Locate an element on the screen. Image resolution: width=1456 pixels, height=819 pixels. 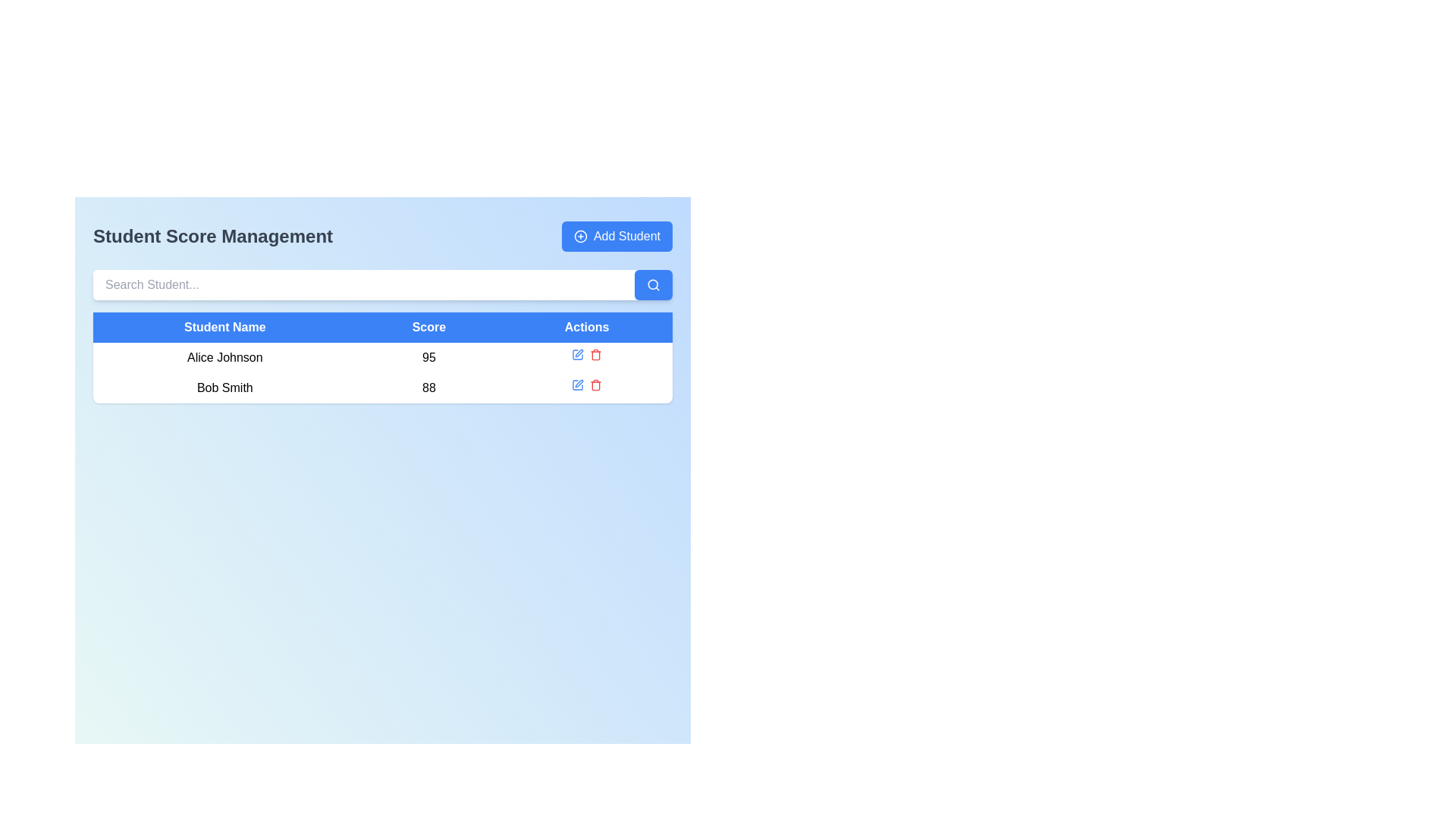
the table row element displaying 'Alice Johnson95' to interact with it is located at coordinates (382, 357).